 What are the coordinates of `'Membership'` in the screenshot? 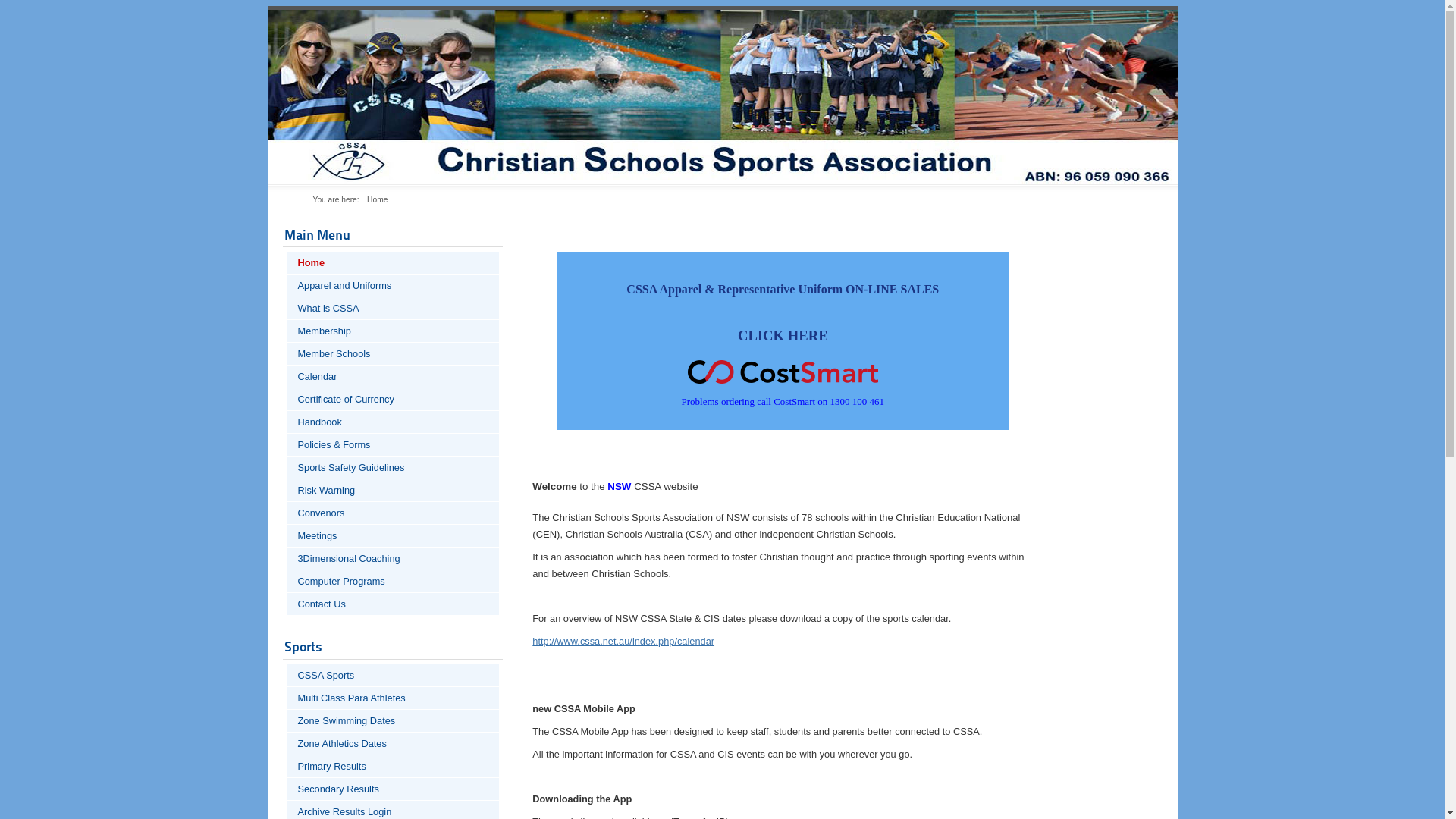 It's located at (287, 330).